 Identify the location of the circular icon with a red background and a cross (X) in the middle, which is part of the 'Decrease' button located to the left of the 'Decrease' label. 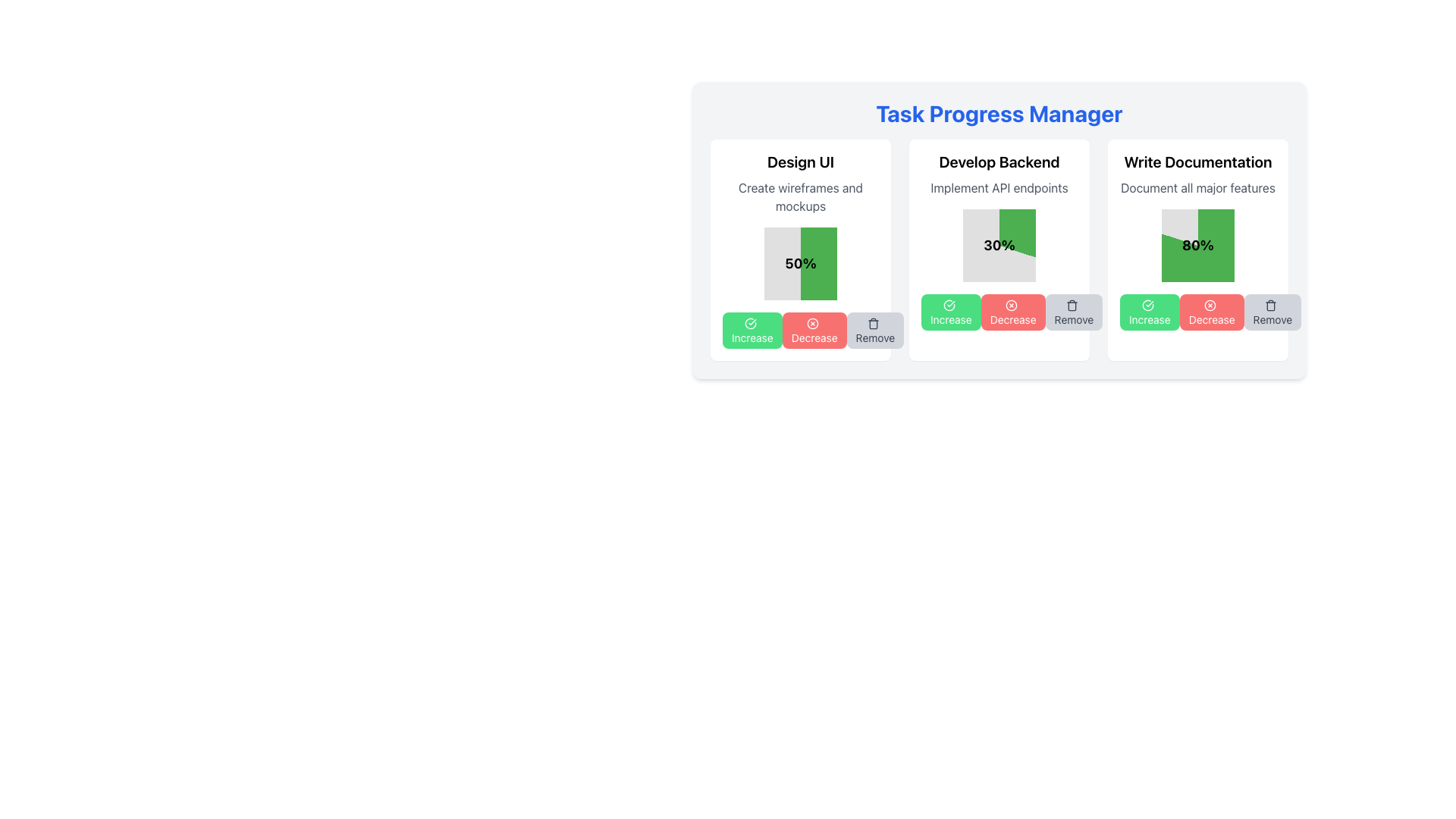
(1012, 306).